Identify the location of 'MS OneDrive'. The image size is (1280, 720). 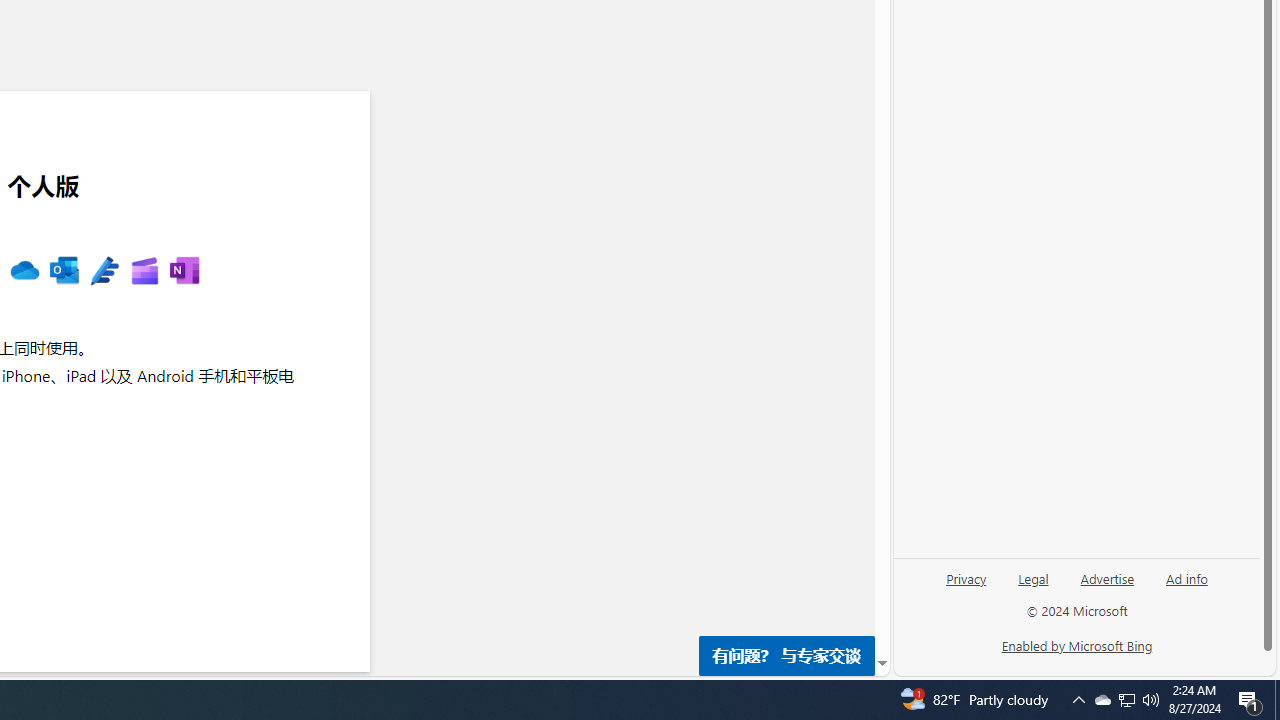
(24, 271).